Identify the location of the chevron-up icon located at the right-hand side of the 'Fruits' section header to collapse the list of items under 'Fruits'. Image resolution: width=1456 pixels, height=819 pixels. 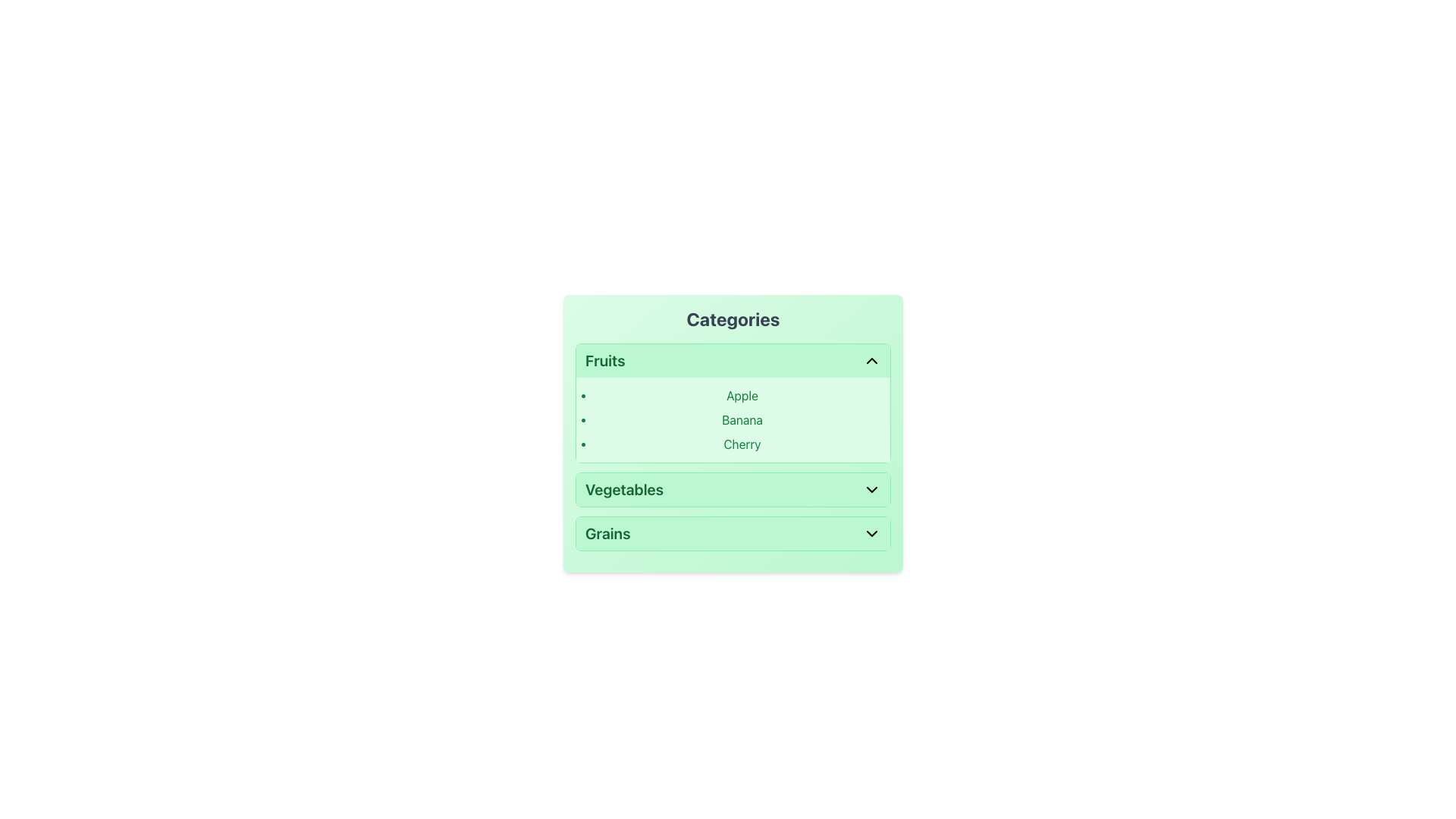
(872, 360).